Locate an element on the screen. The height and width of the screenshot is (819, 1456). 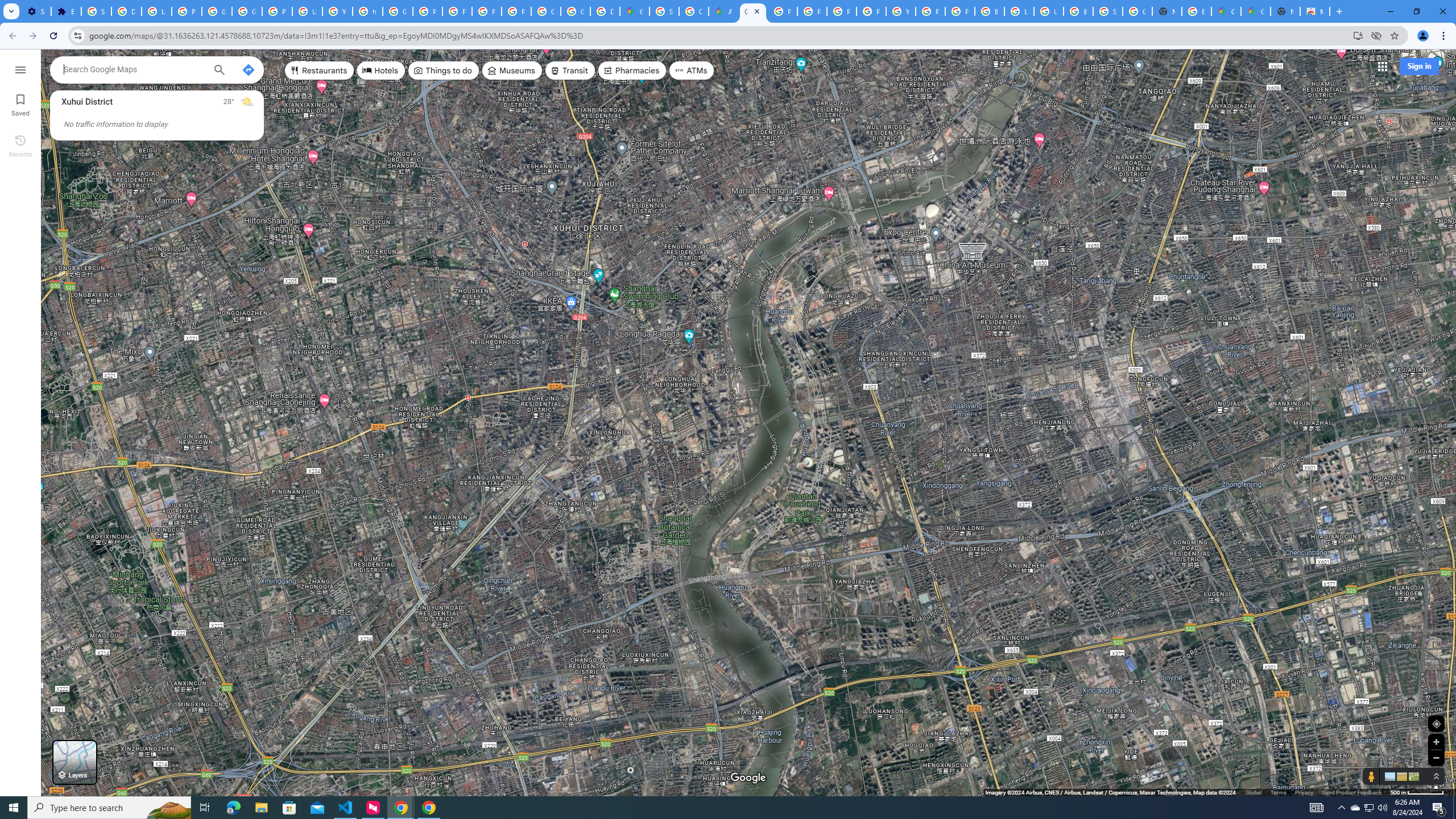
'Google Maps' is located at coordinates (753, 11).